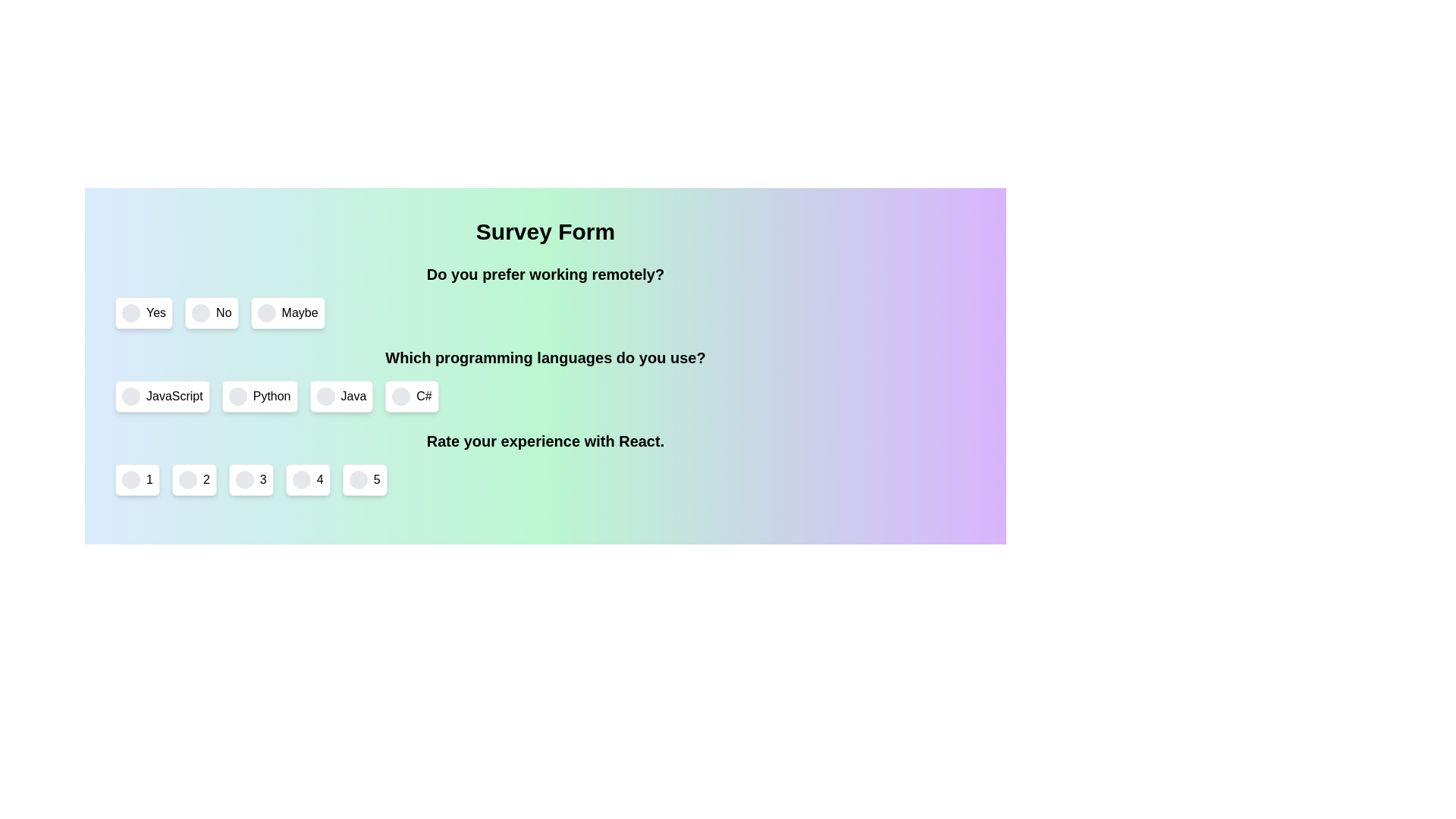  What do you see at coordinates (424, 396) in the screenshot?
I see `the label representing the programming language C#, which is the fourth option in the second row under the heading 'Which programming languages do you use?'` at bounding box center [424, 396].